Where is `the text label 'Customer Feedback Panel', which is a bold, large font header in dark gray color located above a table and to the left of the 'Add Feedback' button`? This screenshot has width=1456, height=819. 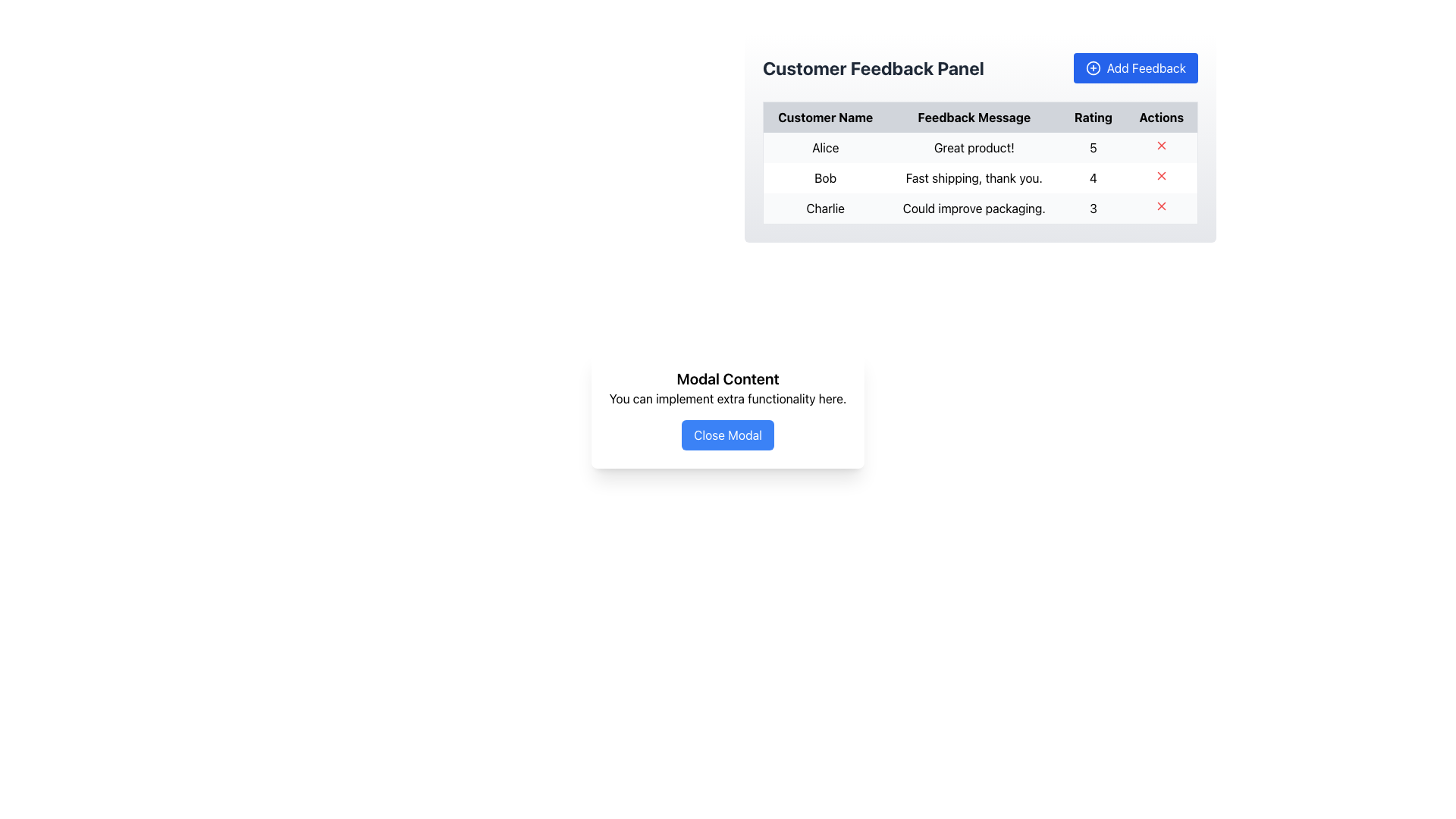
the text label 'Customer Feedback Panel', which is a bold, large font header in dark gray color located above a table and to the left of the 'Add Feedback' button is located at coordinates (874, 67).